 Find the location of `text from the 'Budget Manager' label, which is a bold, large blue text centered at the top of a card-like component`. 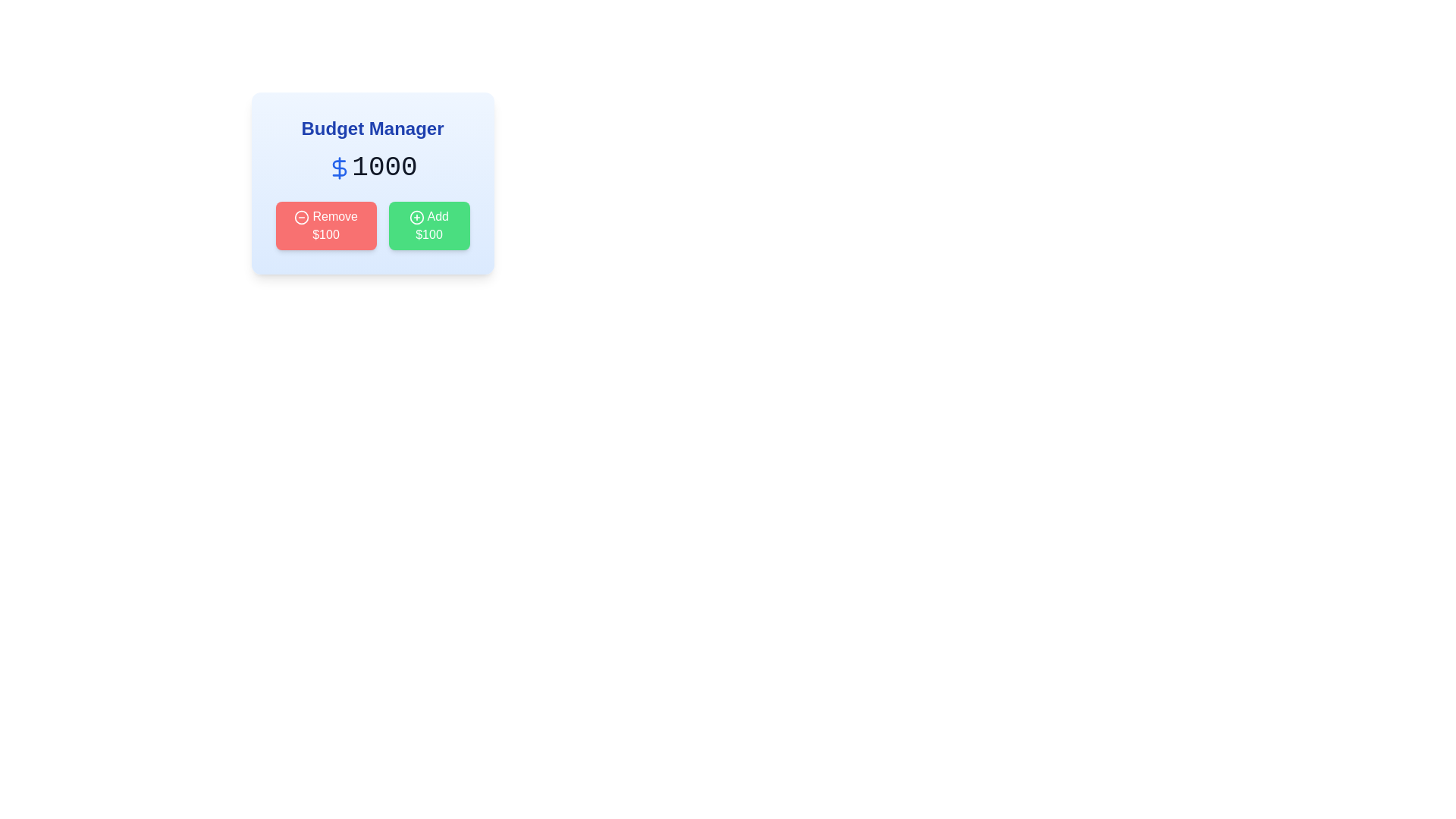

text from the 'Budget Manager' label, which is a bold, large blue text centered at the top of a card-like component is located at coordinates (372, 127).